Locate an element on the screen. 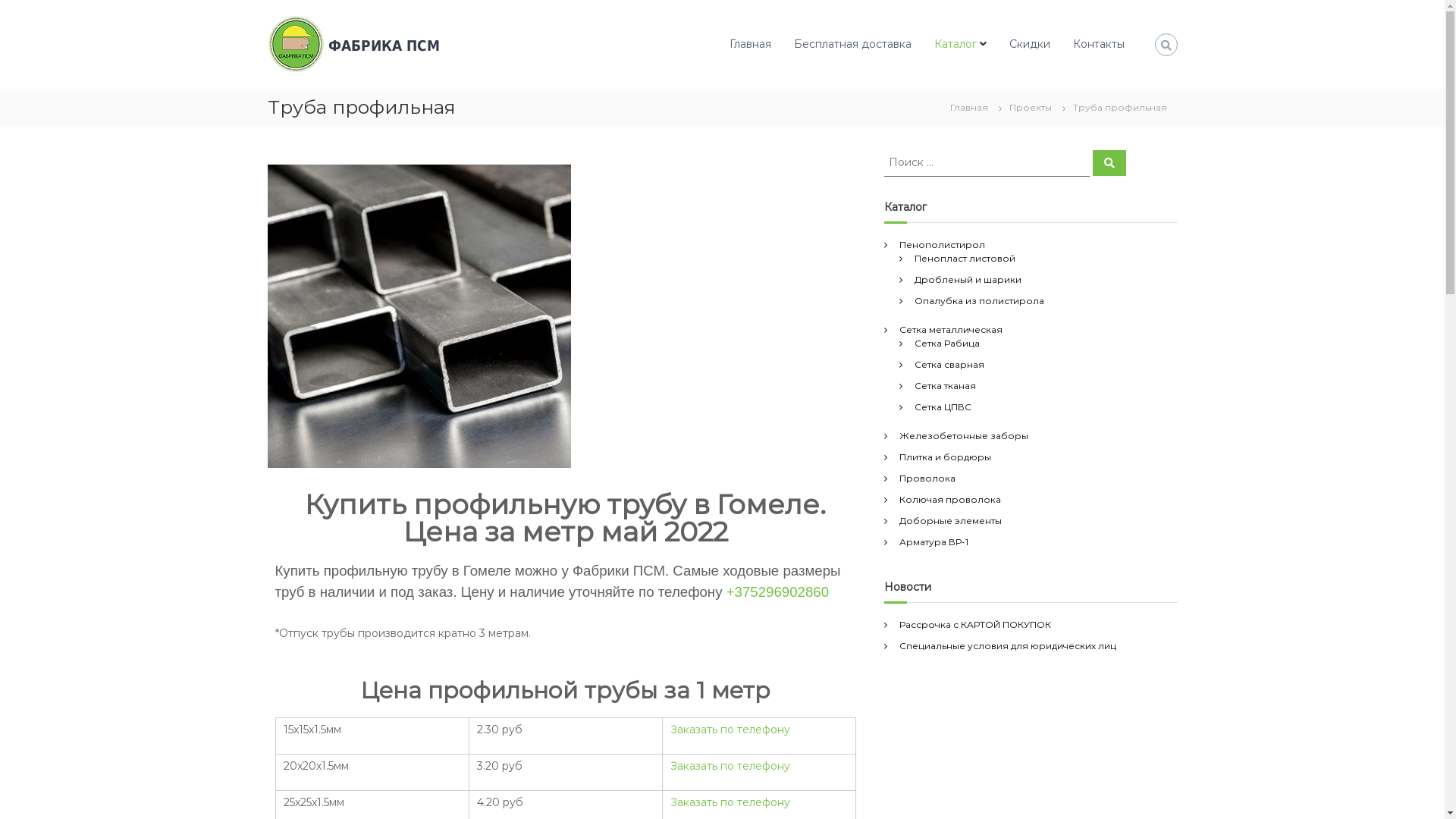 The image size is (1456, 819). '+375296902860' is located at coordinates (777, 591).